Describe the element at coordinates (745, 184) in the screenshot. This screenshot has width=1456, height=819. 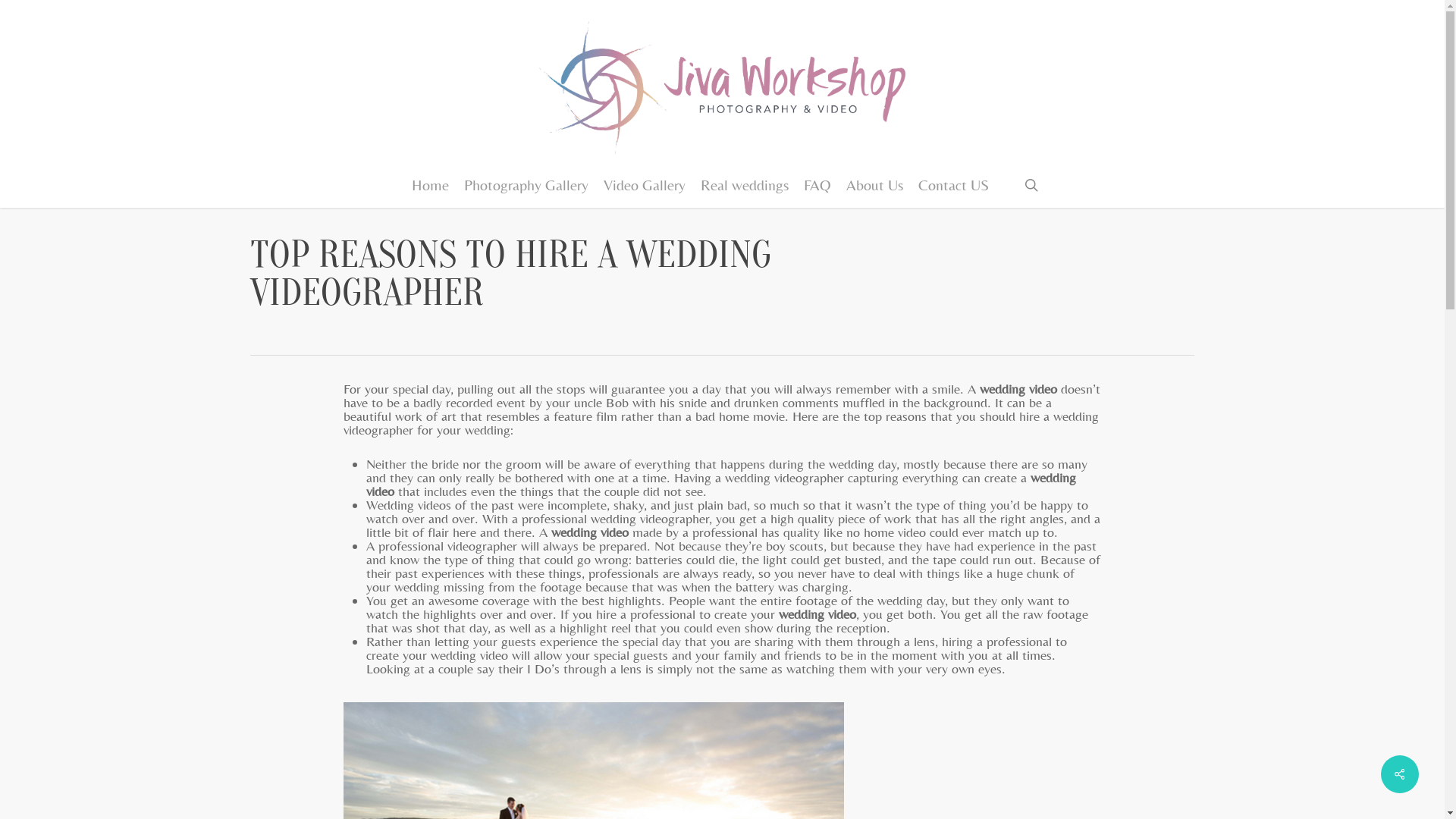
I see `'Real weddings'` at that location.